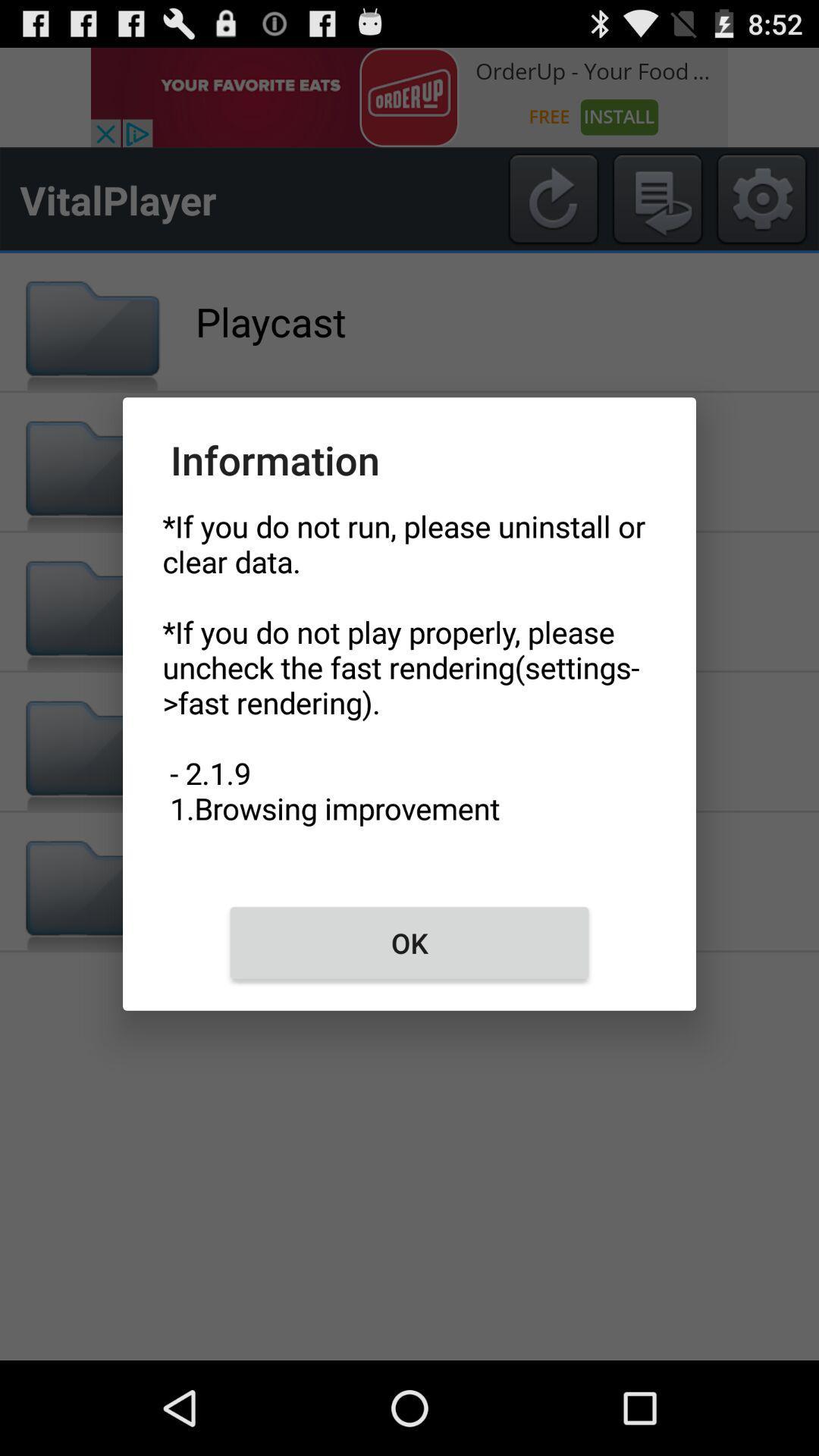 This screenshot has width=819, height=1456. What do you see at coordinates (409, 942) in the screenshot?
I see `the ok icon` at bounding box center [409, 942].